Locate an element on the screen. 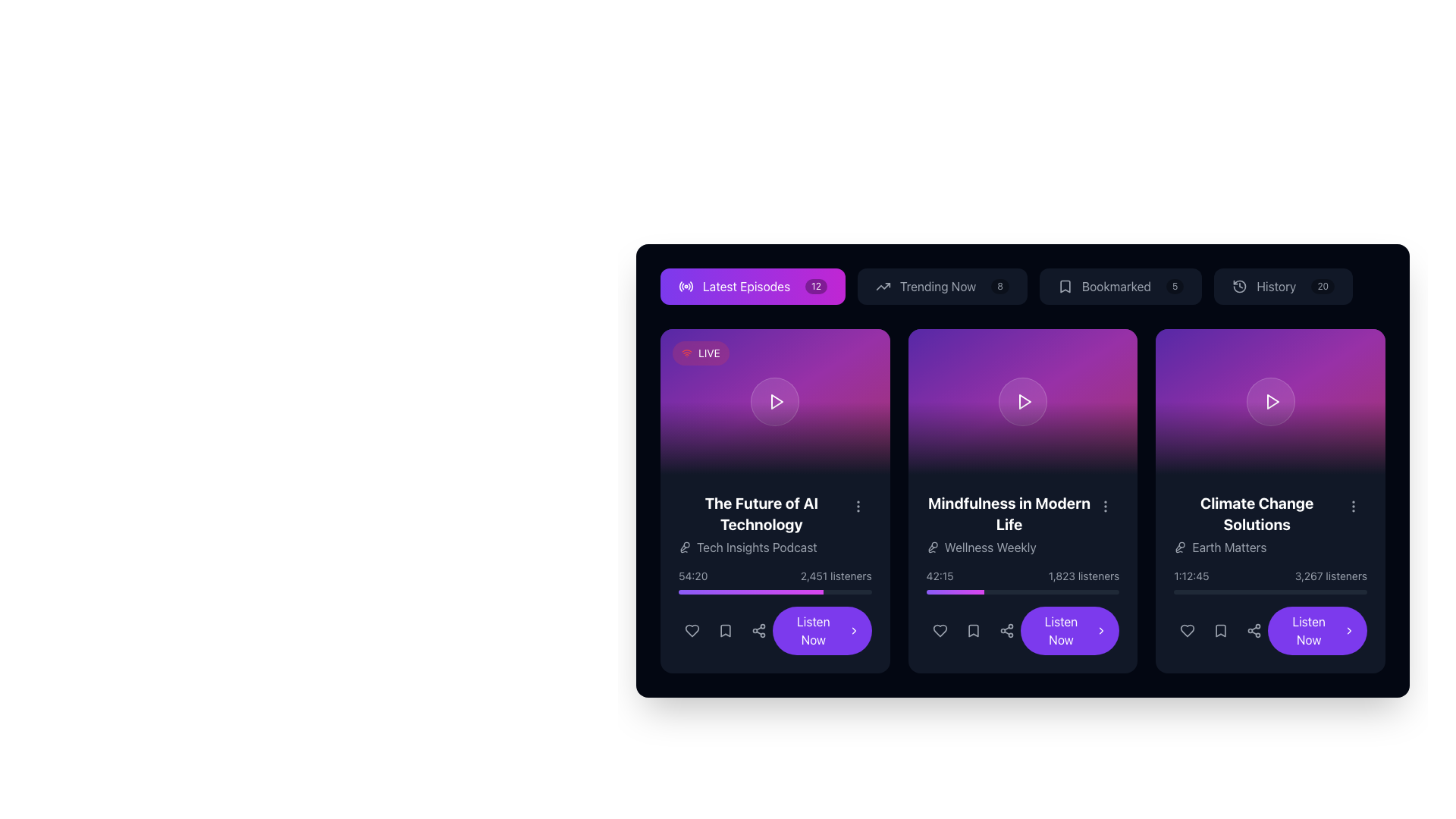 This screenshot has height=819, width=1456. the heart-shaped button in the dark card interface to mark the 'Mindfulness in Modern Life' podcast as a favorite is located at coordinates (939, 631).